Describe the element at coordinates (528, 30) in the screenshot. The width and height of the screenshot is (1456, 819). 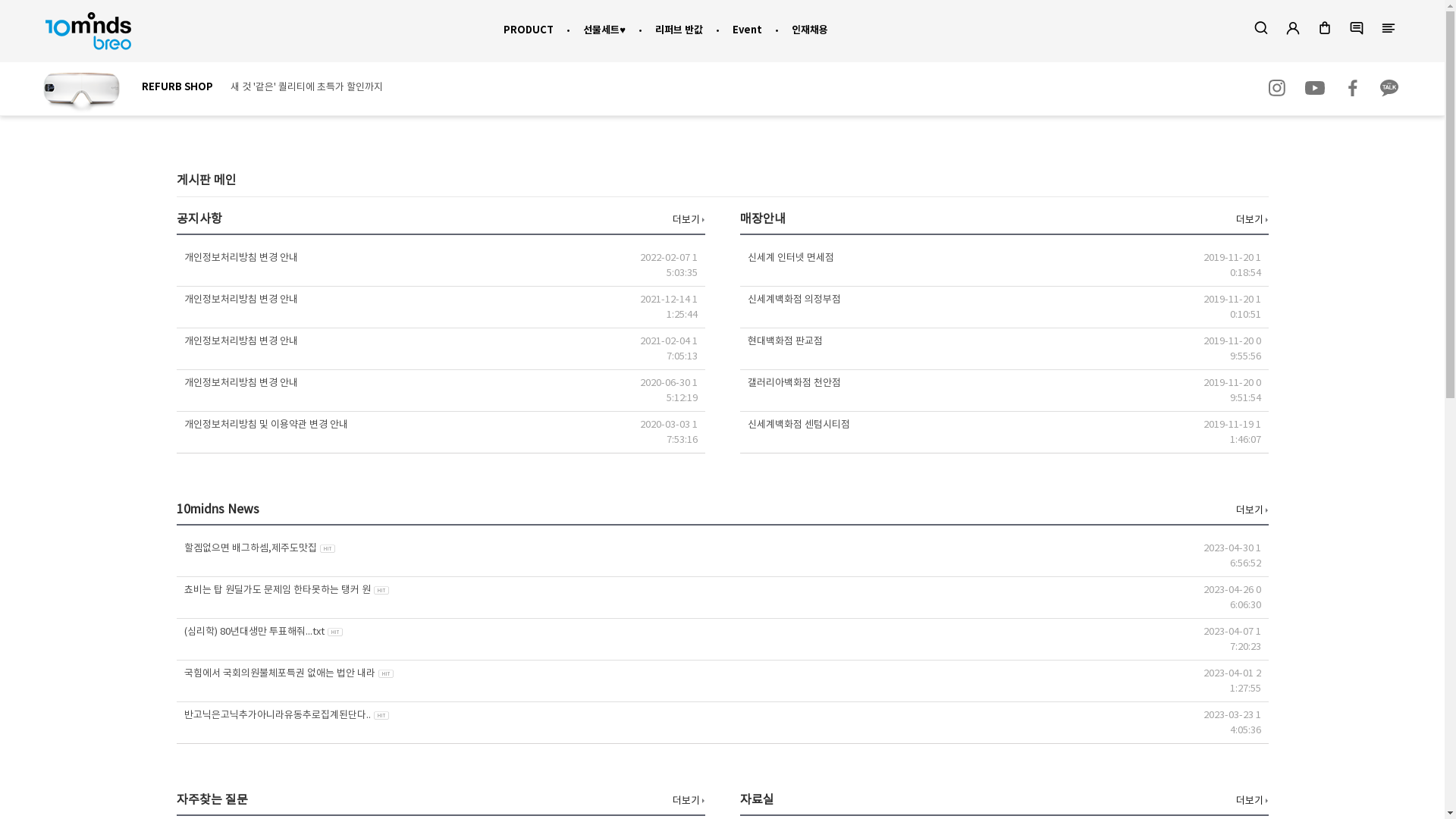
I see `'PRODUCT'` at that location.